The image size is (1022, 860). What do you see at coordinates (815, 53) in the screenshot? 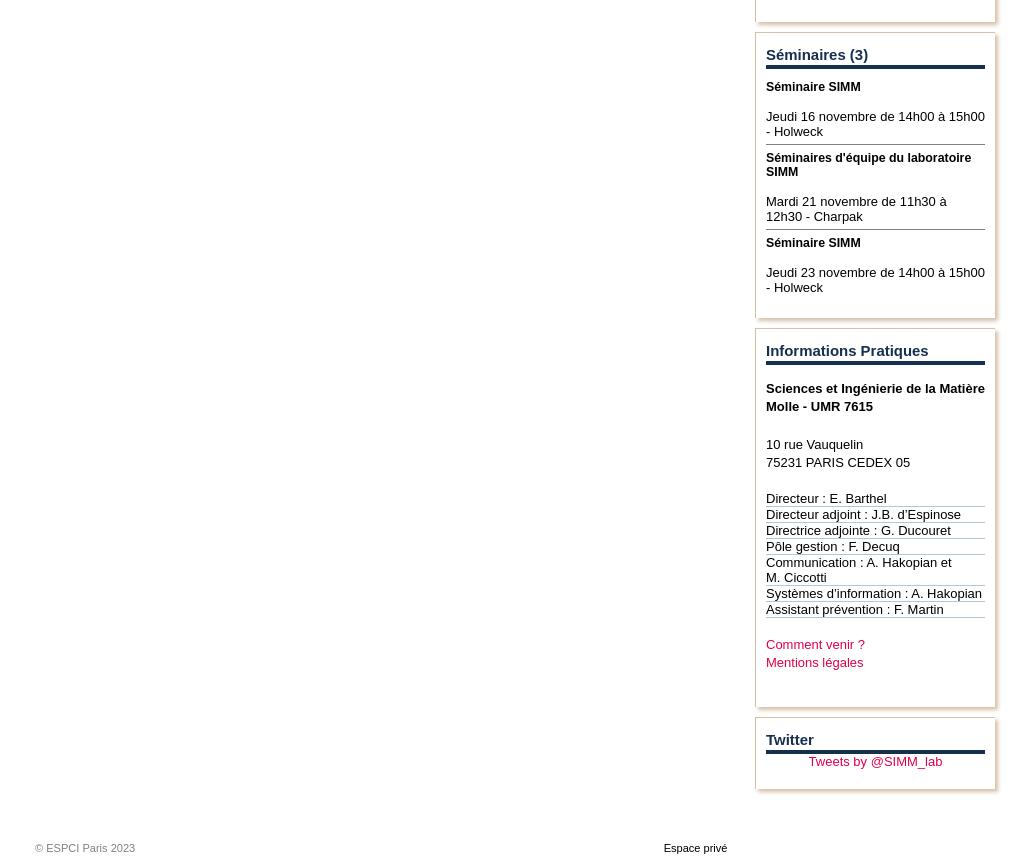
I see `'Séminaires (3)'` at bounding box center [815, 53].